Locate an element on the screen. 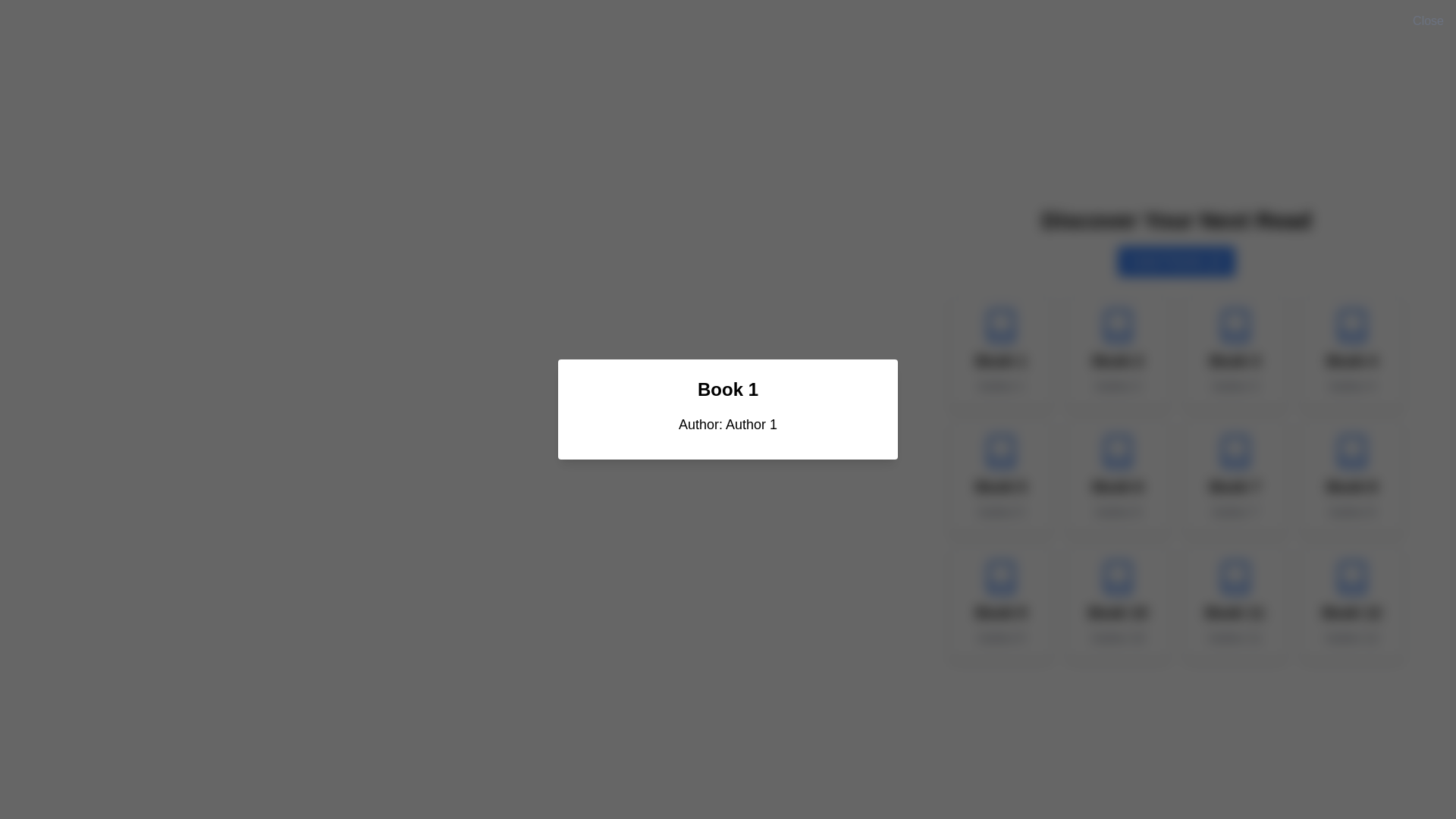  the stylized SVG component resembling an open book with rounded edges, which is located in the fourth column of the second row among a grid of clickable icons is located at coordinates (1118, 451).